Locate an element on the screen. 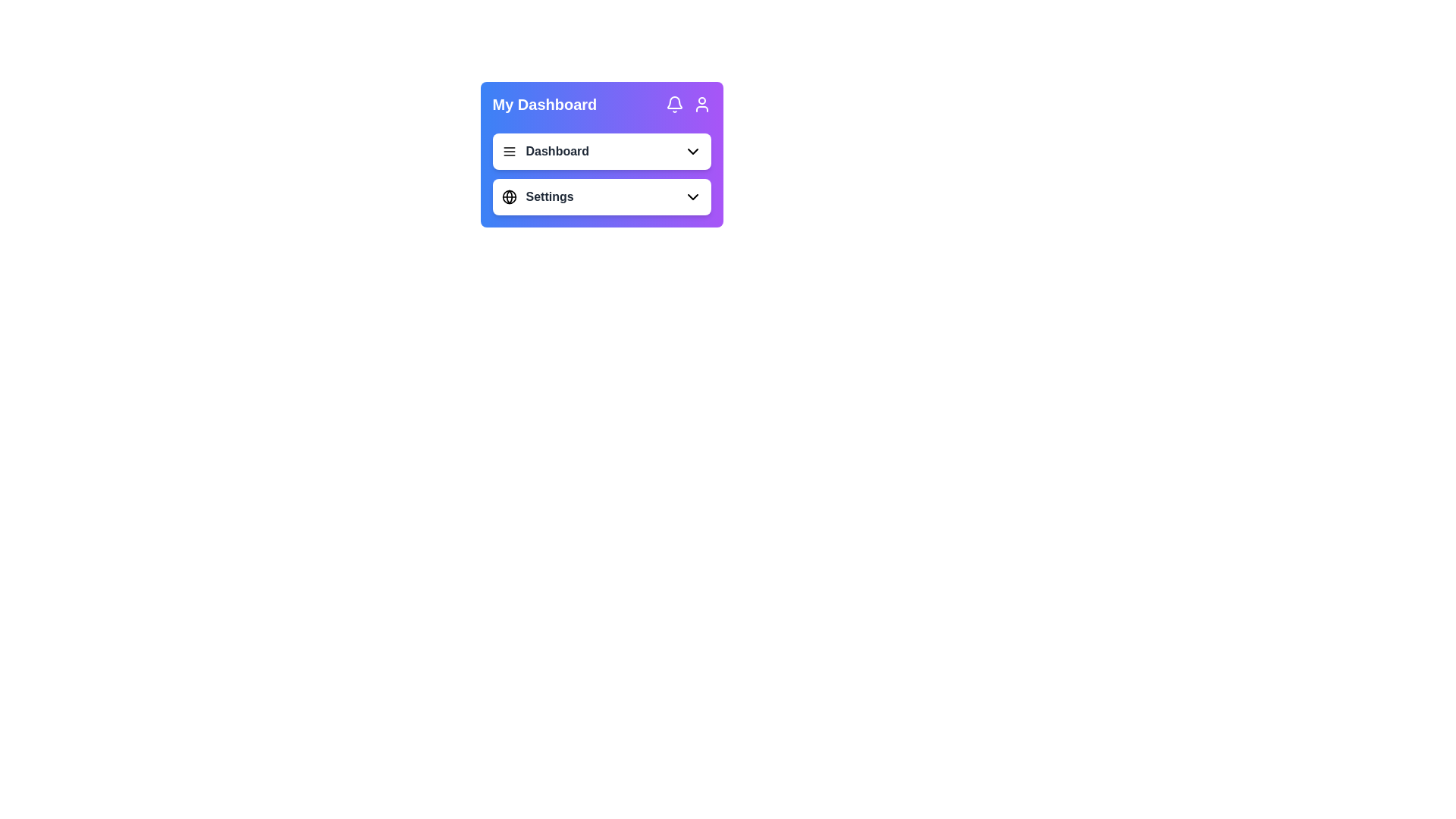  the 'Dashboard' dropdown menu item, which features a three-line icon and is the first item is located at coordinates (545, 152).